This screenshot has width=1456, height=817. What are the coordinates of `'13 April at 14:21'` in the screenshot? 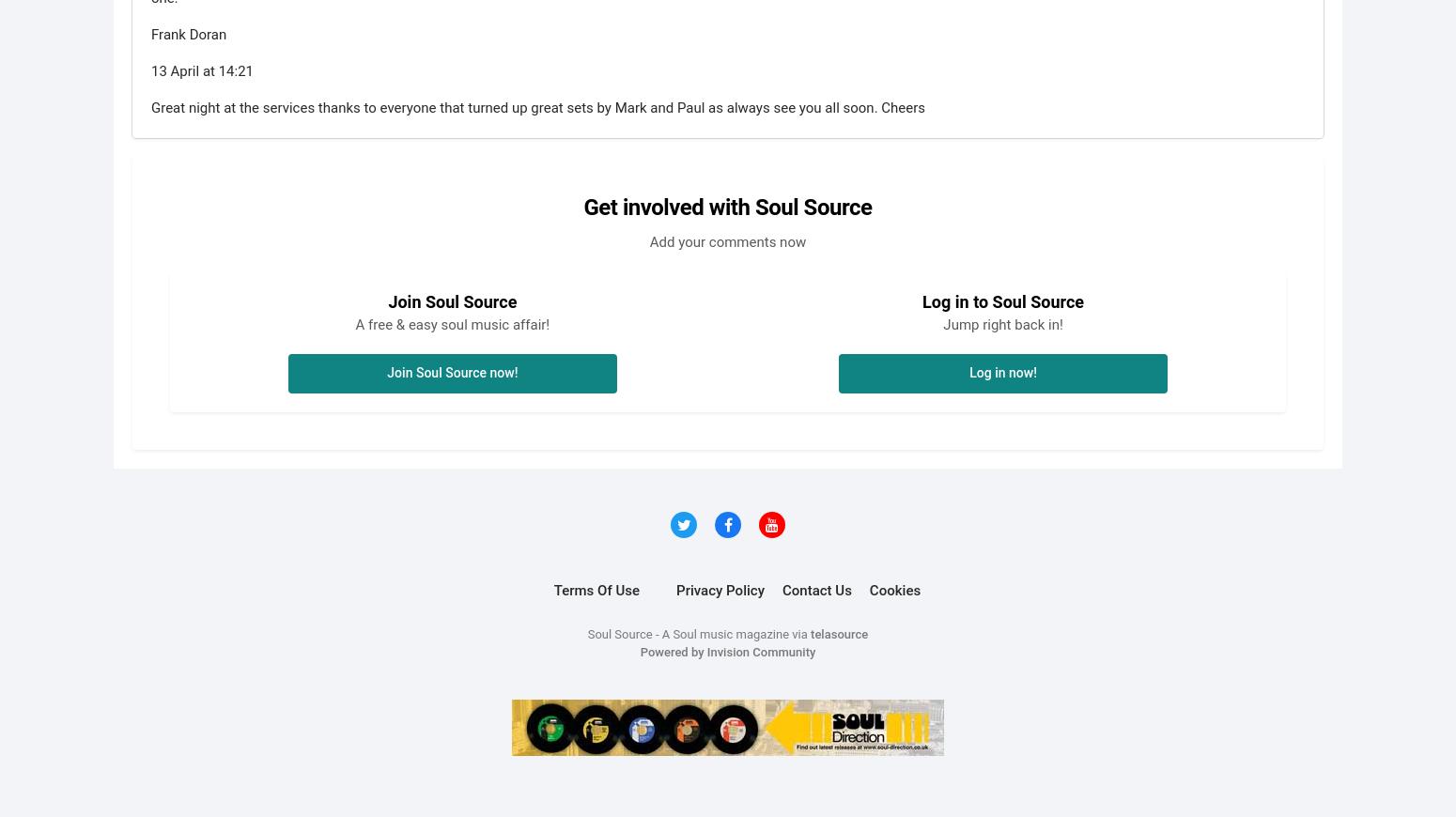 It's located at (201, 69).